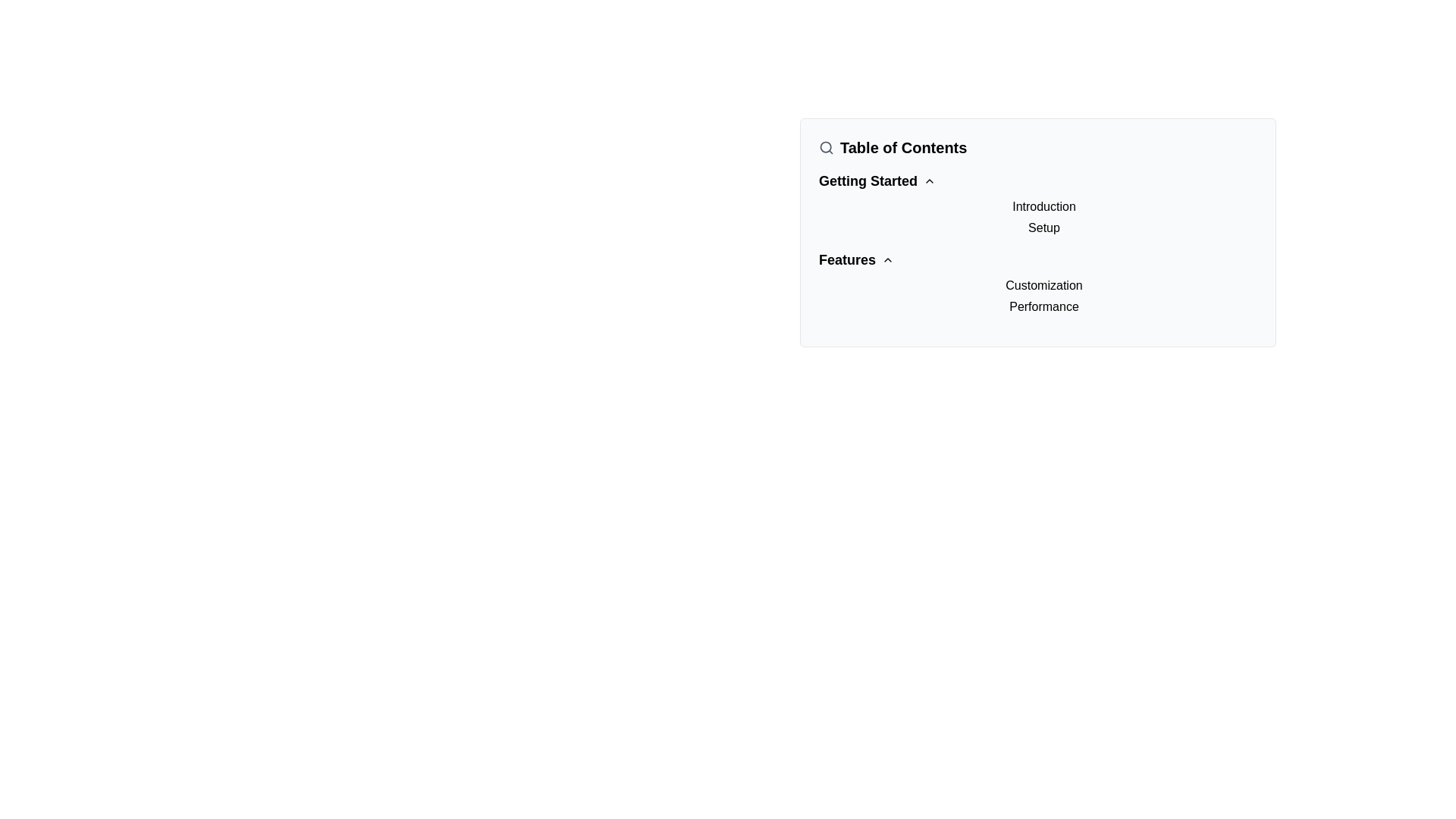  Describe the element at coordinates (855, 259) in the screenshot. I see `the 'Features' interactive heading with an expand/collapse icon` at that location.